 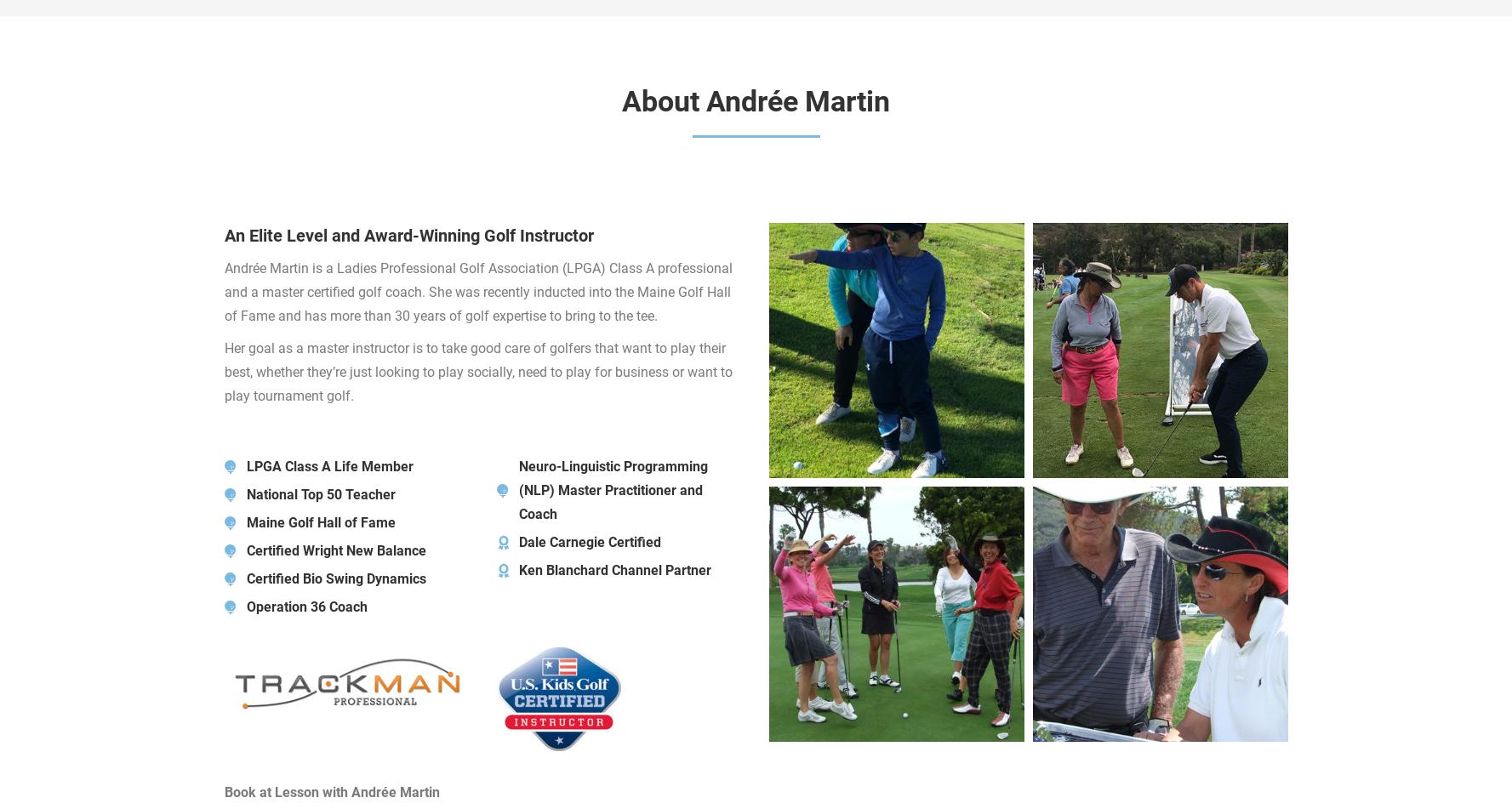 What do you see at coordinates (331, 791) in the screenshot?
I see `'Book at Lesson with Andrée Martin'` at bounding box center [331, 791].